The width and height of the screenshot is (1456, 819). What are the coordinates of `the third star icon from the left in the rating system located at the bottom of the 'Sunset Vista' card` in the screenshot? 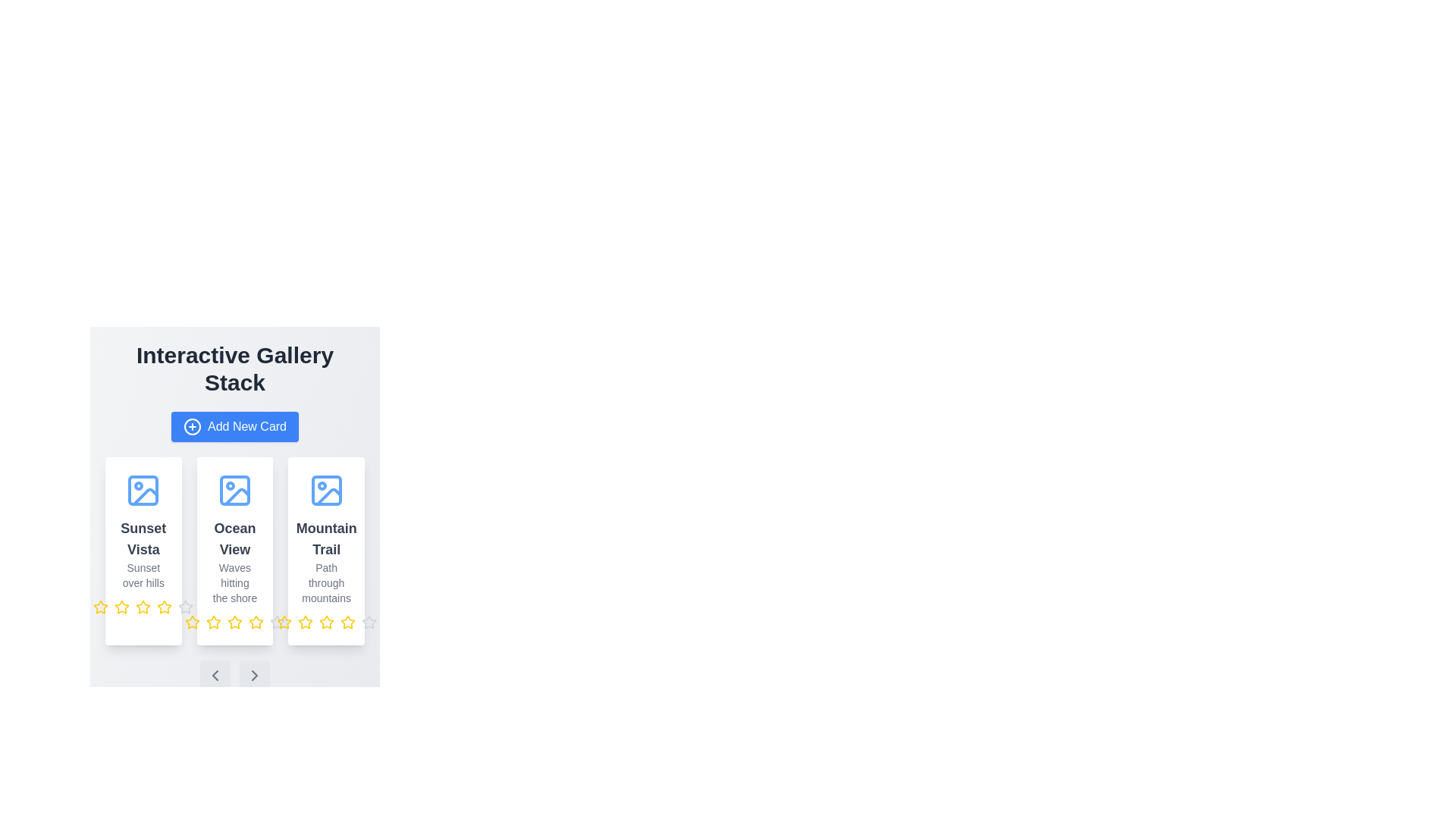 It's located at (143, 607).